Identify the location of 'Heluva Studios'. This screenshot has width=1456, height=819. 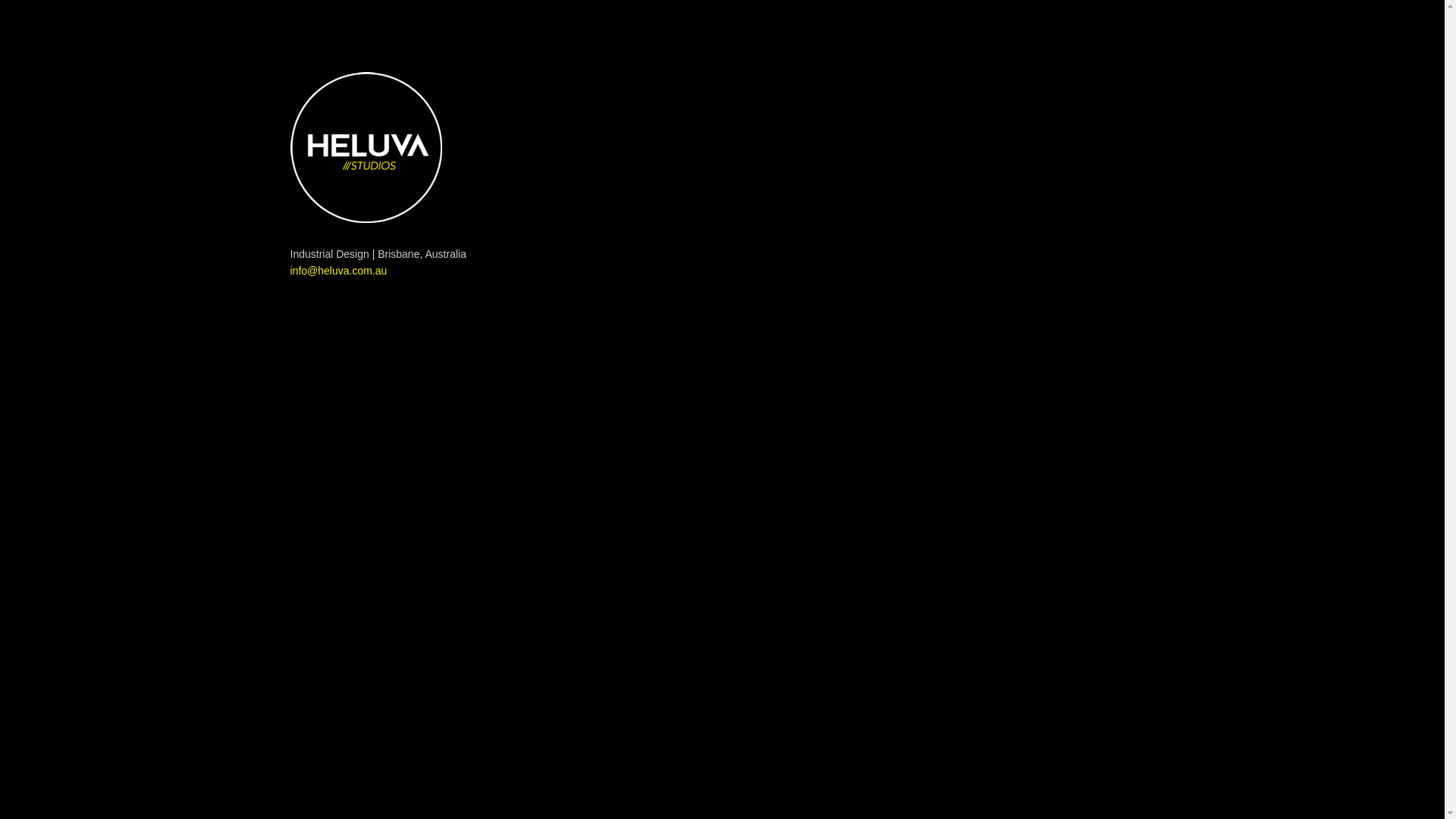
(365, 147).